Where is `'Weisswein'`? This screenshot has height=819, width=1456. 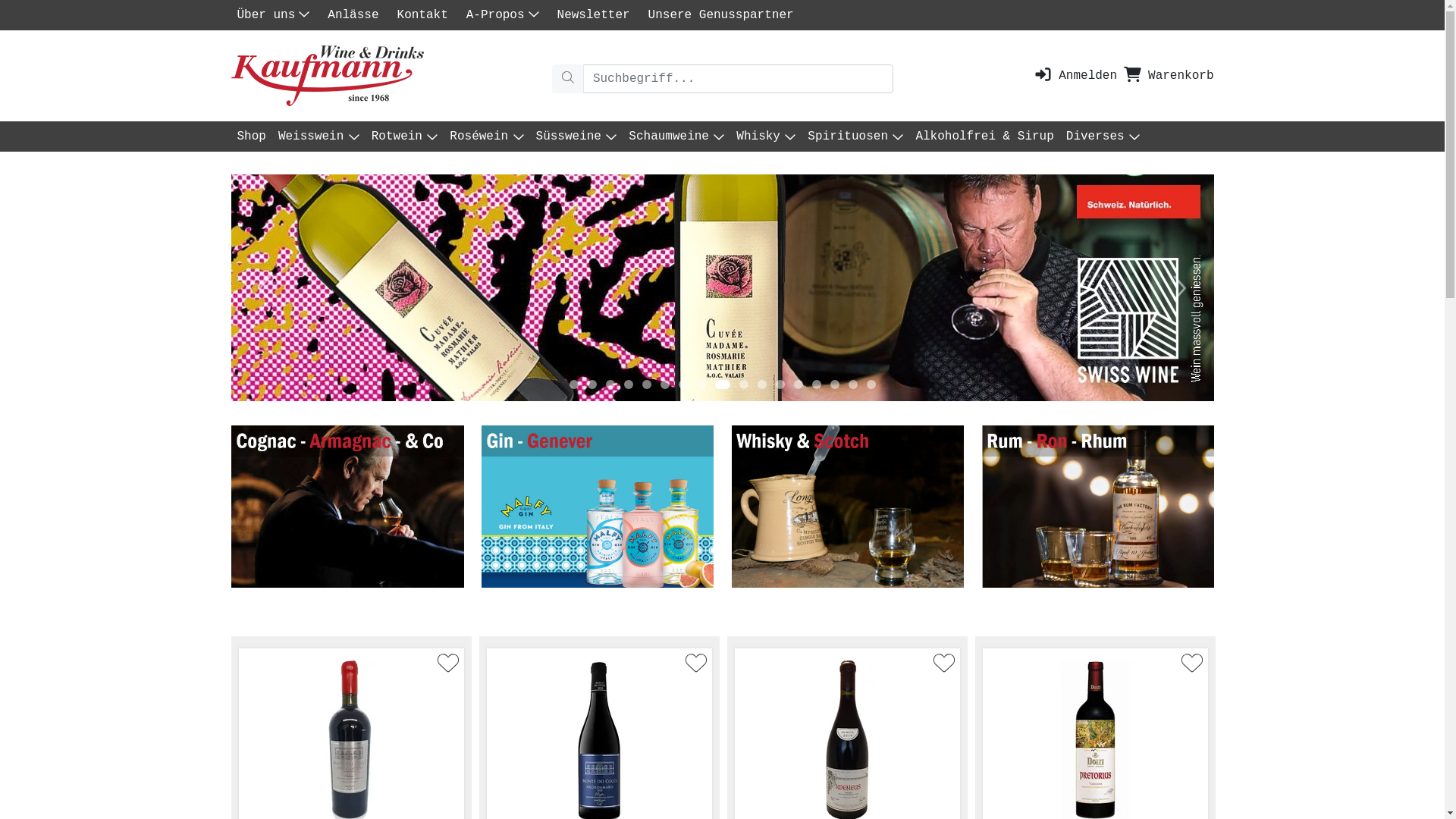
'Weisswein' is located at coordinates (272, 136).